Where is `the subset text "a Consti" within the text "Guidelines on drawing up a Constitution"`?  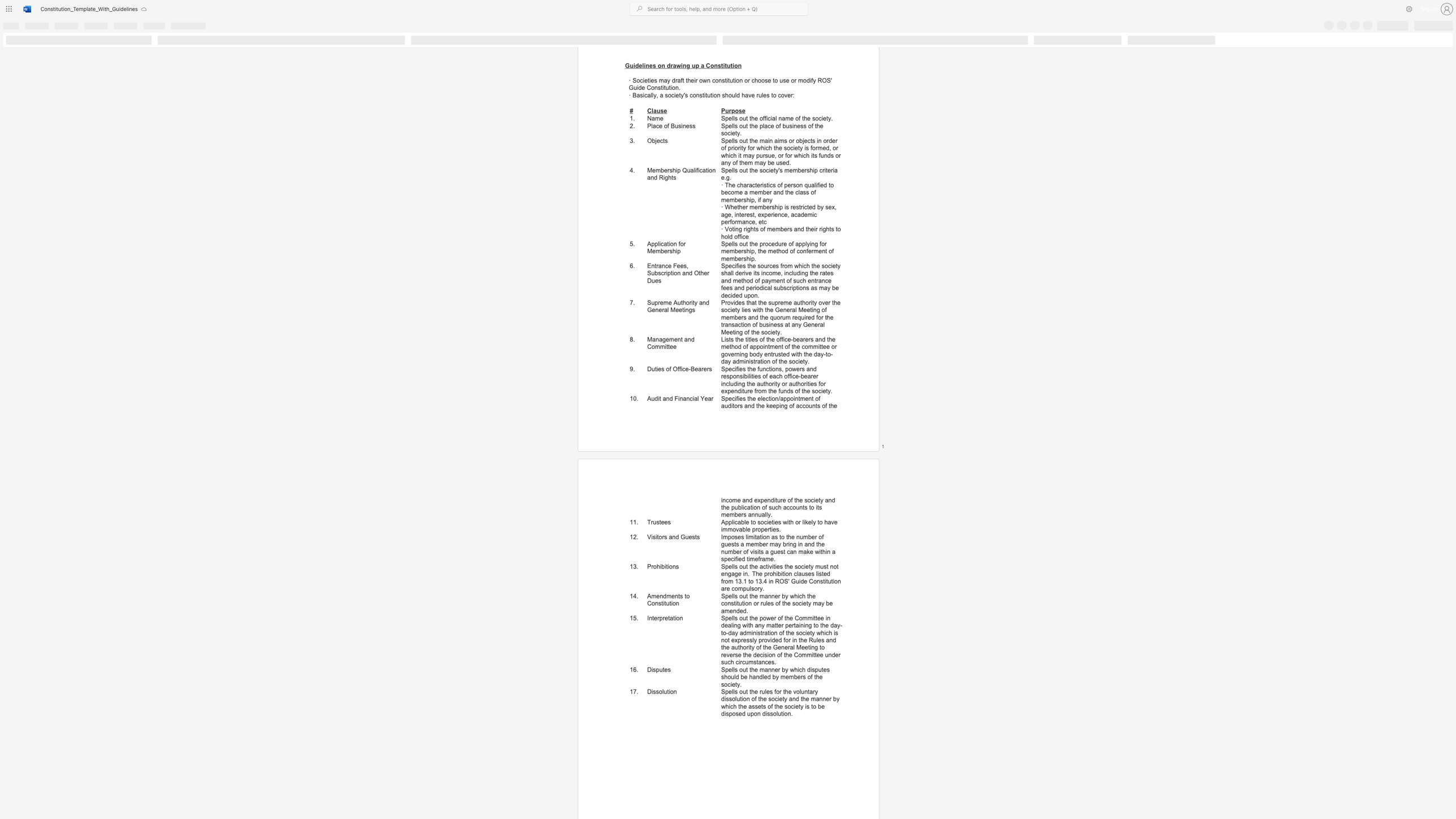
the subset text "a Consti" within the text "Guidelines on drawing up a Constitution" is located at coordinates (700, 66).